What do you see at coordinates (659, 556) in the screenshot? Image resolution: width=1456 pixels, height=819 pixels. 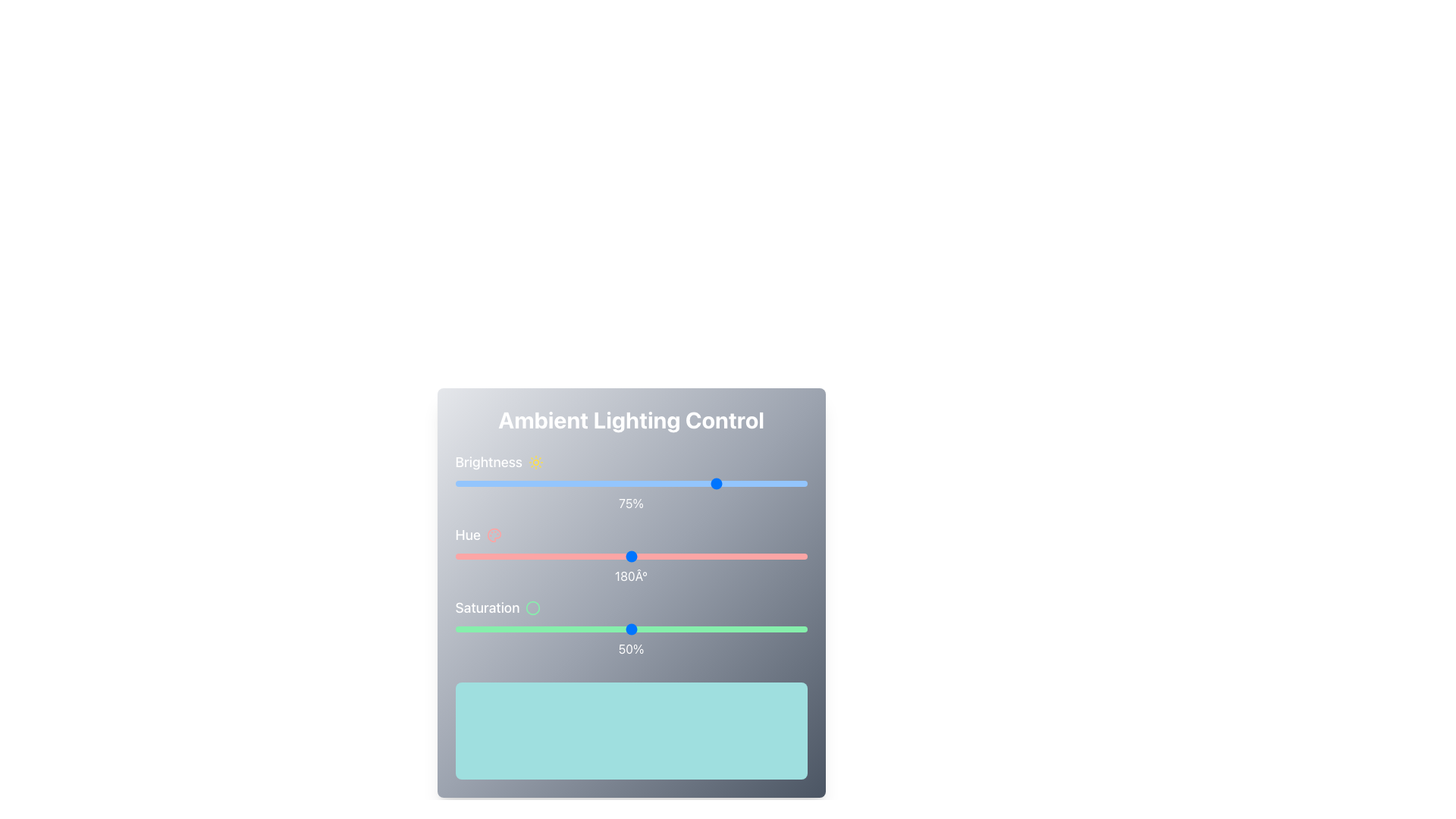 I see `the hue value` at bounding box center [659, 556].